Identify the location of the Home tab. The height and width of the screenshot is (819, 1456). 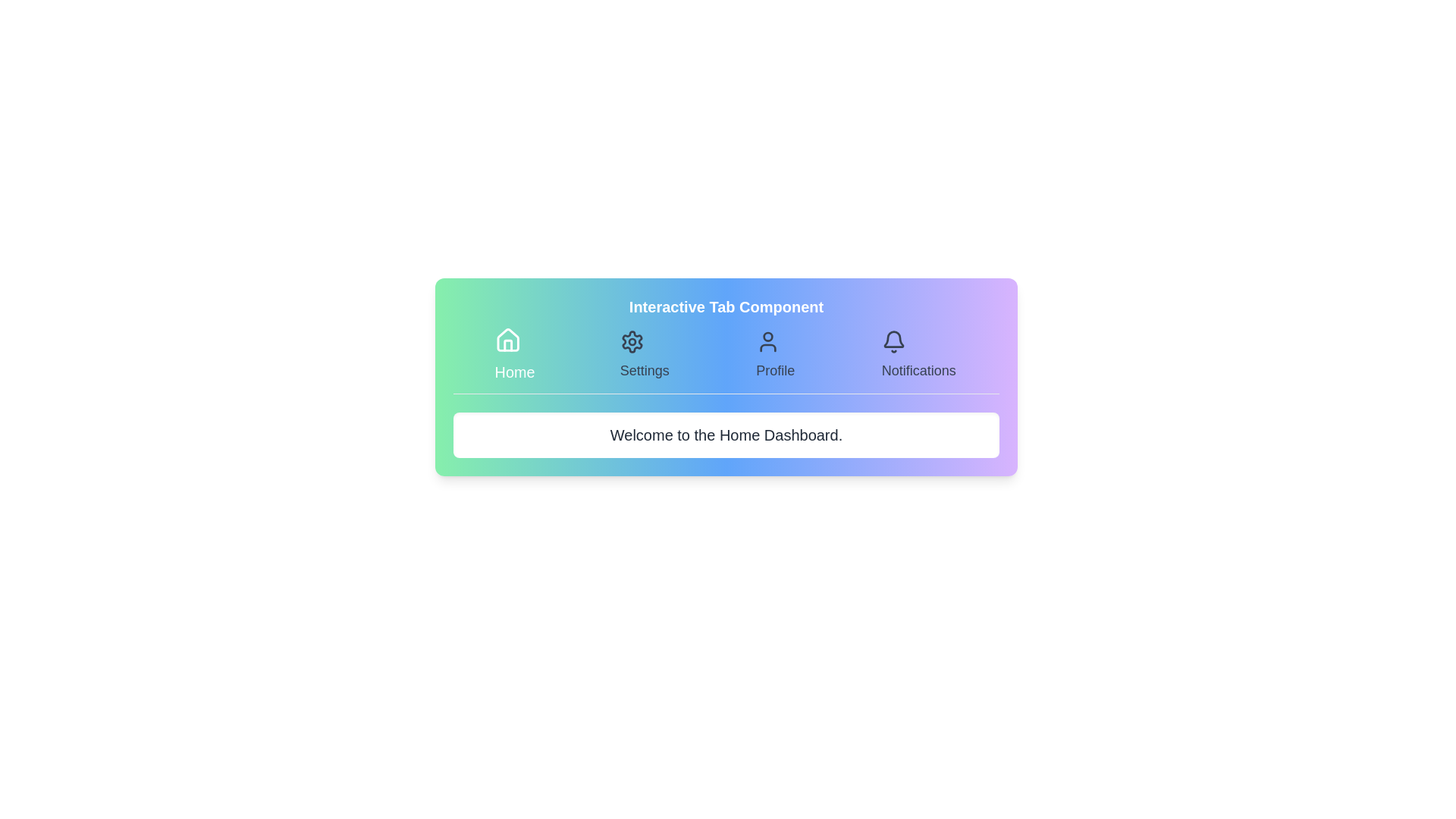
(514, 356).